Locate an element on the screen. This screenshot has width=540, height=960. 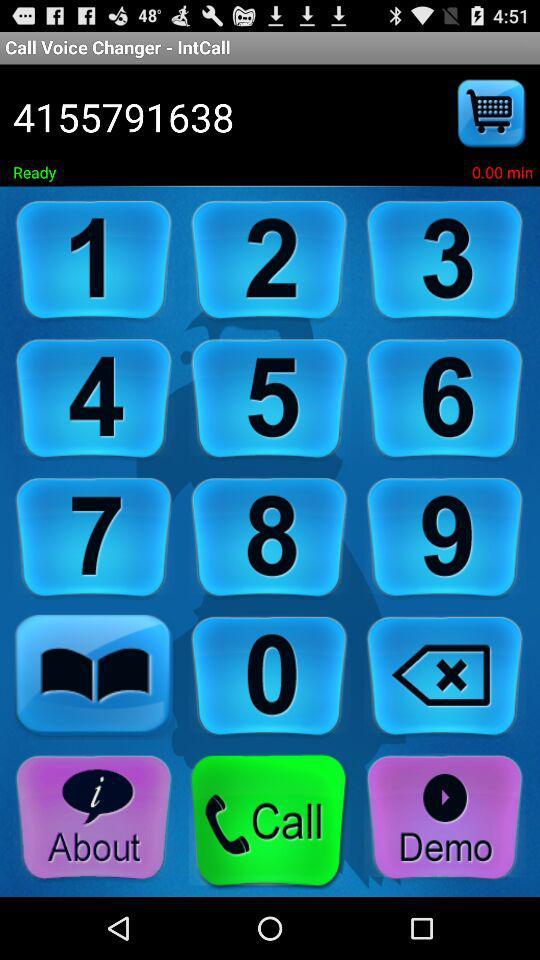
dial number 9 is located at coordinates (445, 537).